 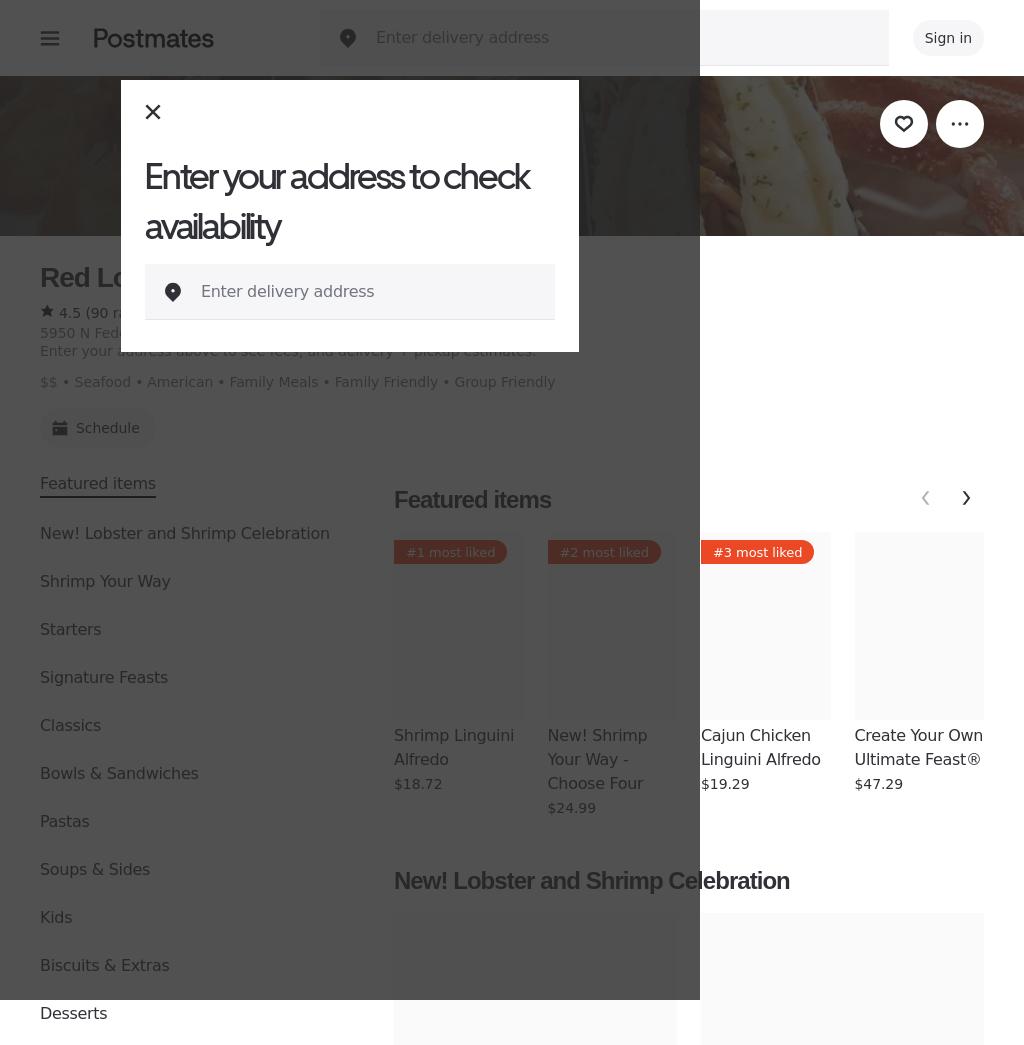 What do you see at coordinates (416, 783) in the screenshot?
I see `'$18.72'` at bounding box center [416, 783].